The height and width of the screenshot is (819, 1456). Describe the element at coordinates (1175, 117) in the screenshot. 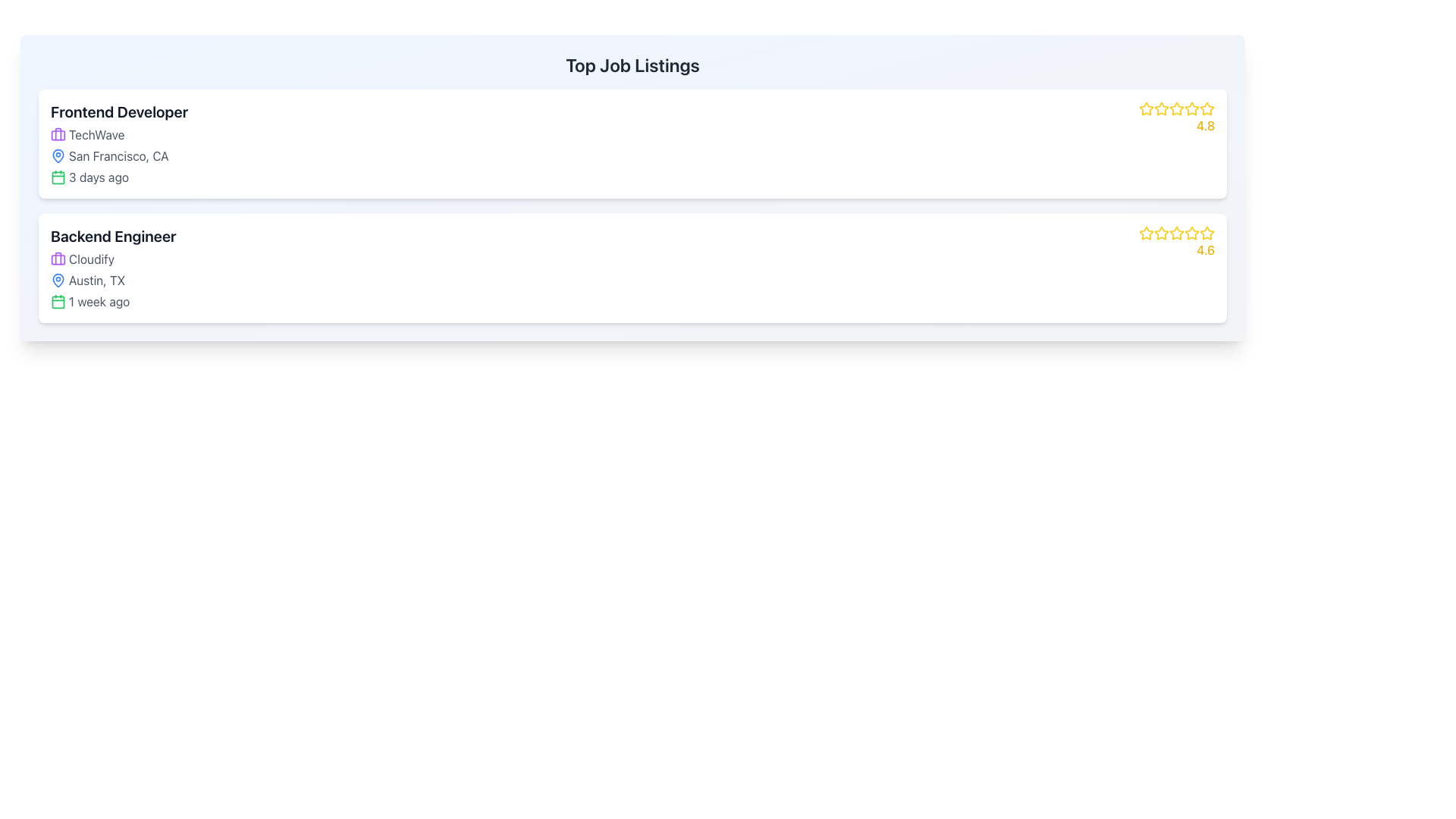

I see `the rating display element showing five golden yellow stars and the numeric text '4.8' in the top-right corner of the 'Frontend Developer' item card` at that location.